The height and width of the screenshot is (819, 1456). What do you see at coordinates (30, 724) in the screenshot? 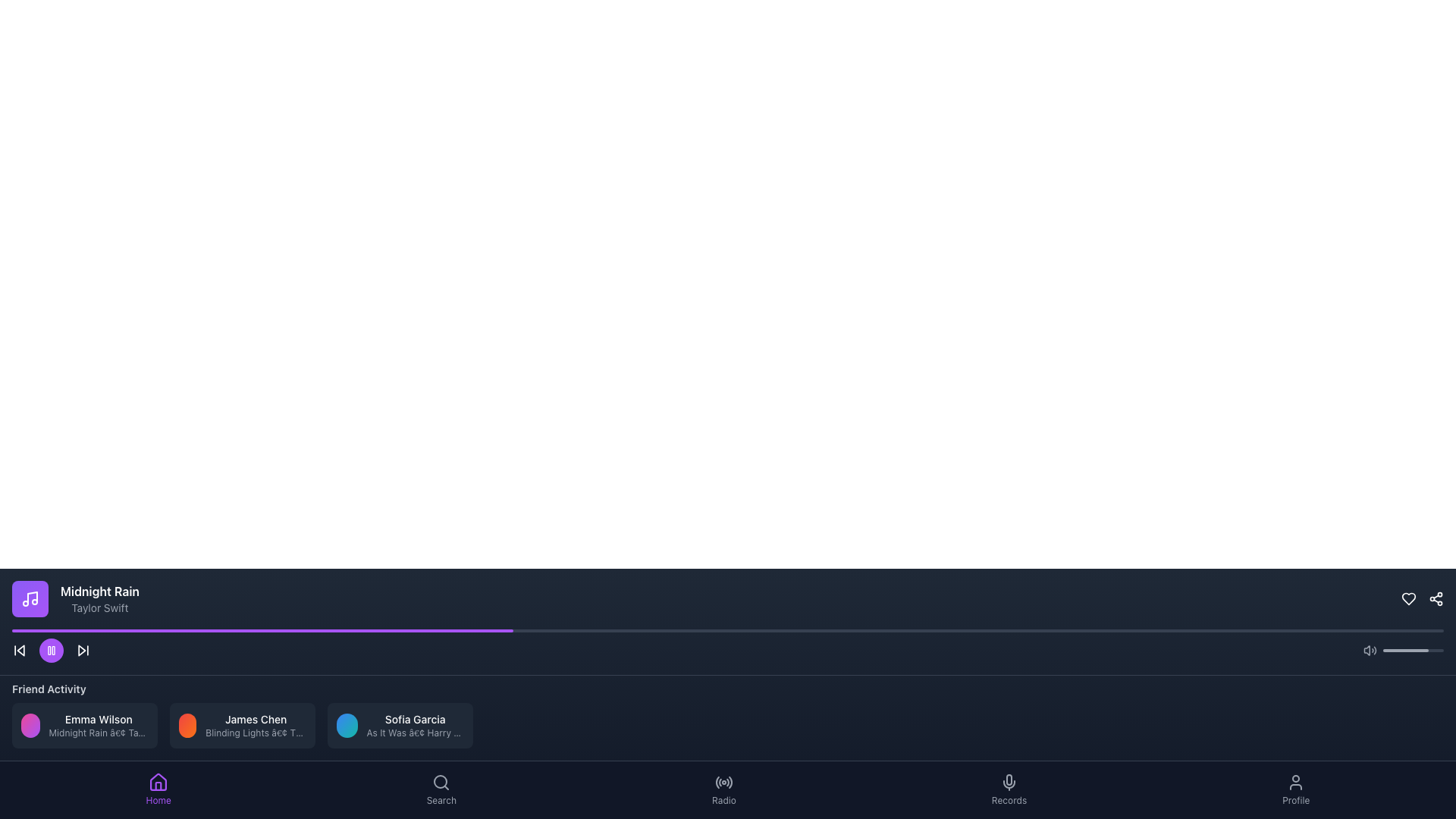
I see `the circular avatar representing user 'Emma Wilson' located in the 'Friend Activity' section, to the far left of the text 'Emma Wilson' and 'Midnight Rain • Taylor Swift.'` at bounding box center [30, 724].